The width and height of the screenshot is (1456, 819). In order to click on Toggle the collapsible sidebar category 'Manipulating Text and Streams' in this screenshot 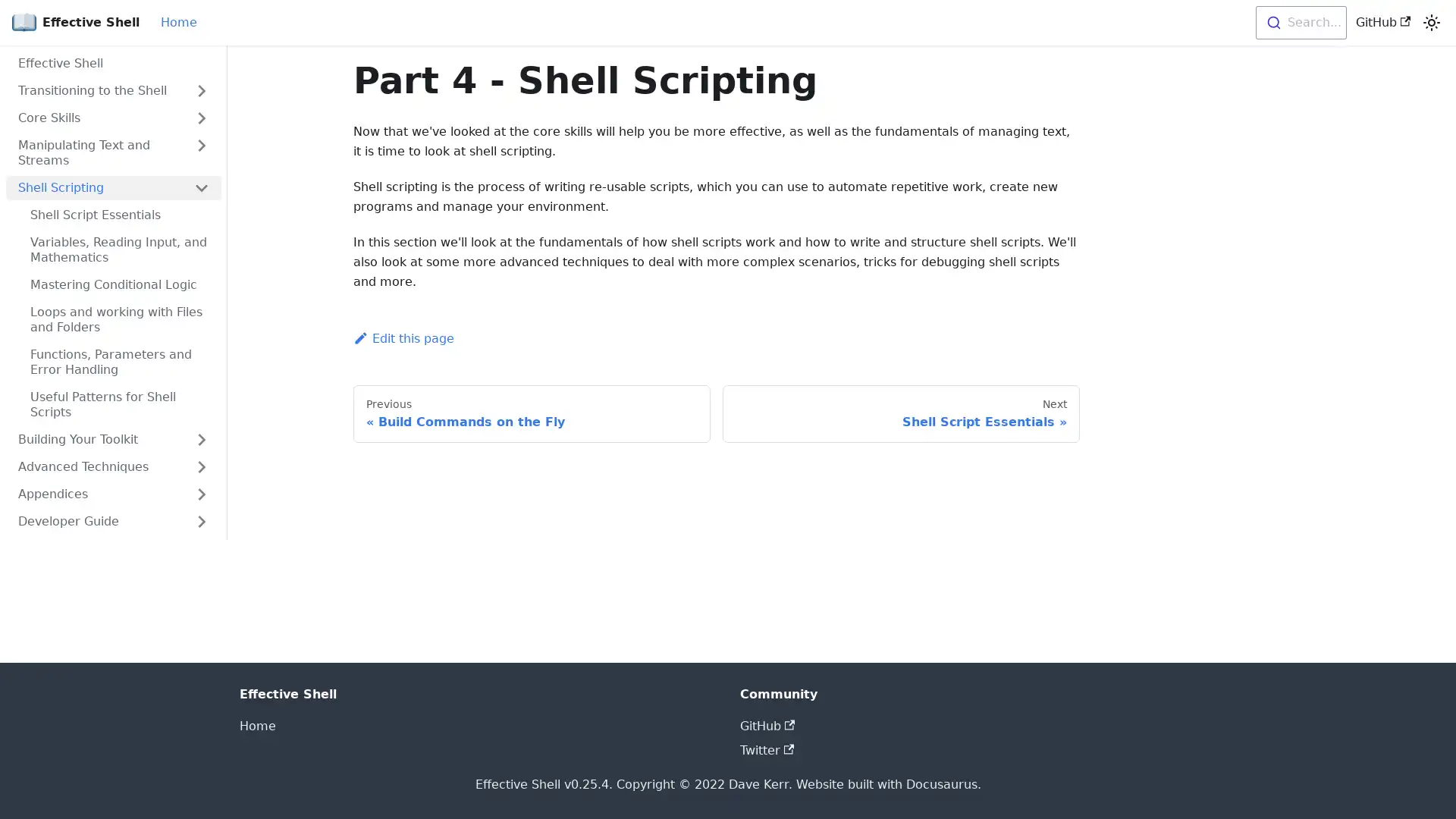, I will do `click(200, 152)`.